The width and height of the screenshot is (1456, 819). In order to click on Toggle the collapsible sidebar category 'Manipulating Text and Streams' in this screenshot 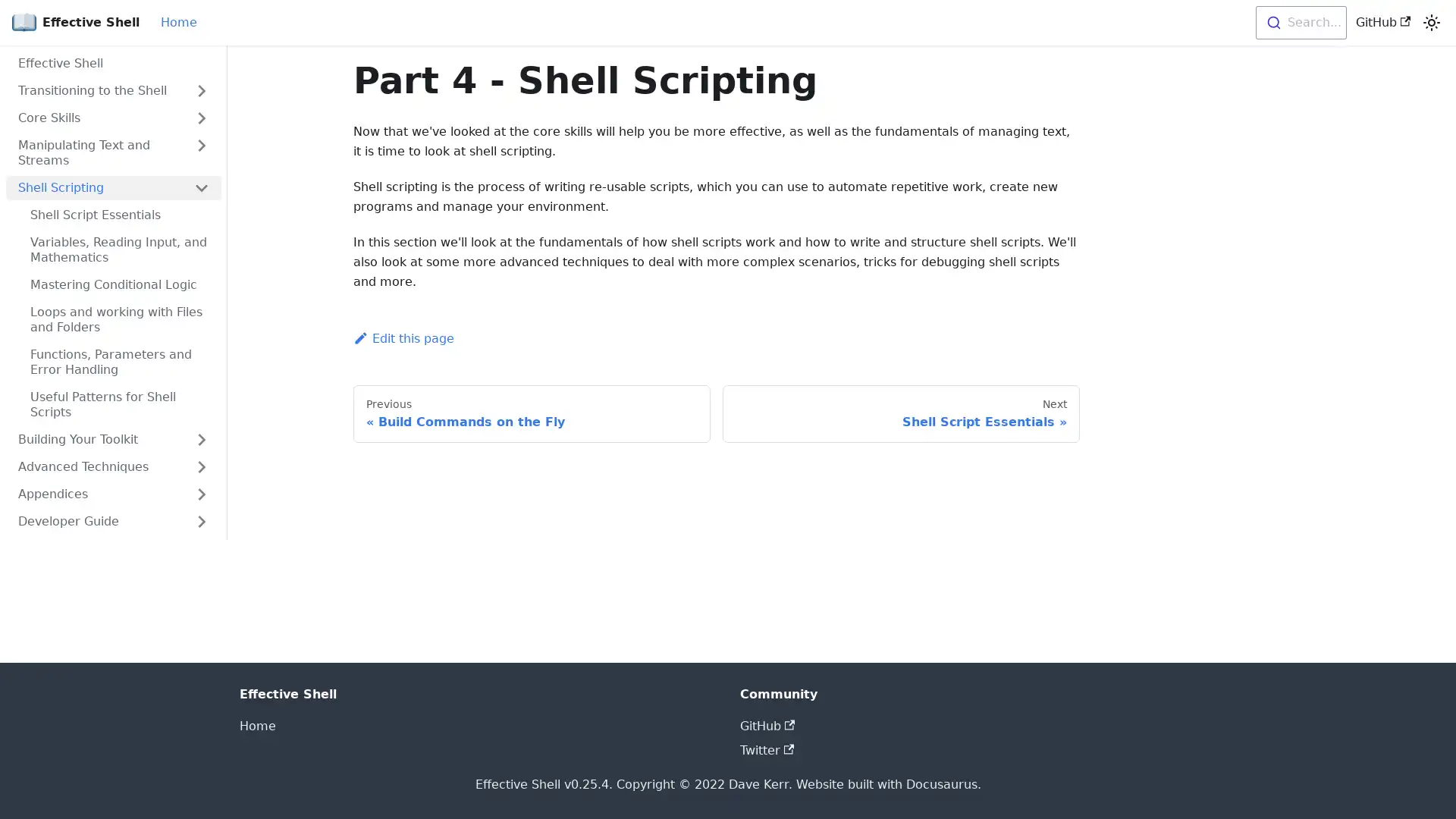, I will do `click(200, 152)`.